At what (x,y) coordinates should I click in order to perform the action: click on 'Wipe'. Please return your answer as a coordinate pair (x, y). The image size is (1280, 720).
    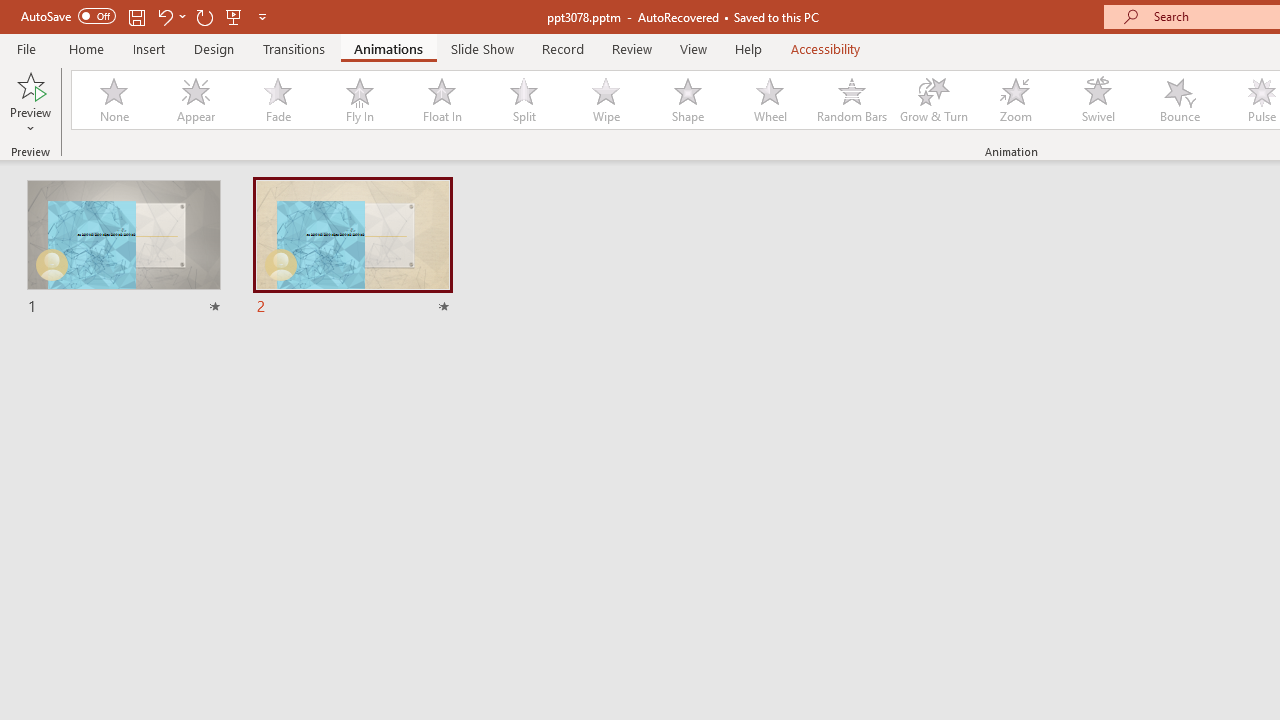
    Looking at the image, I should click on (604, 100).